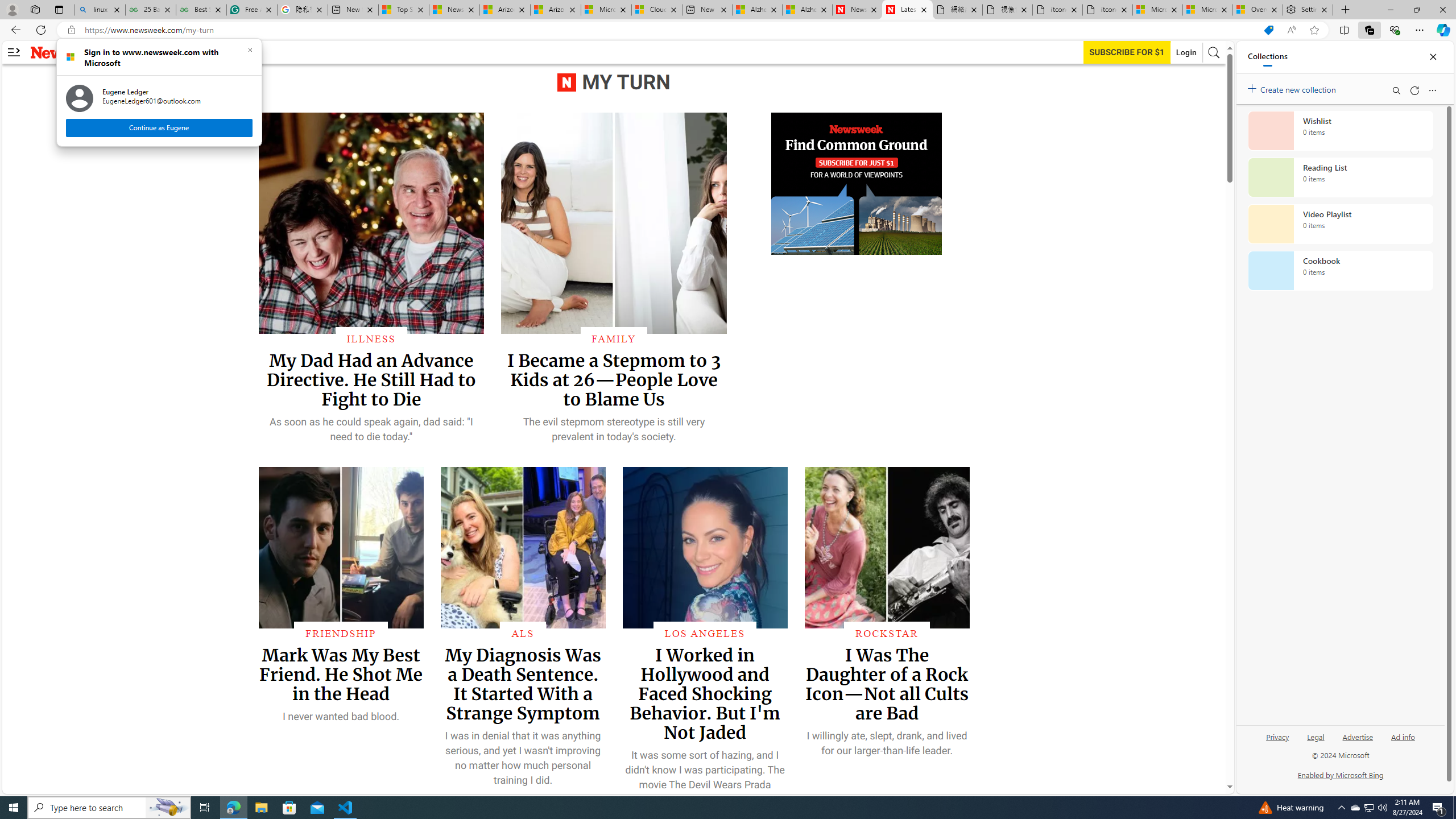  What do you see at coordinates (1106, 9) in the screenshot?
I see `'itconcepthk.com/projector_solutions.mp4'` at bounding box center [1106, 9].